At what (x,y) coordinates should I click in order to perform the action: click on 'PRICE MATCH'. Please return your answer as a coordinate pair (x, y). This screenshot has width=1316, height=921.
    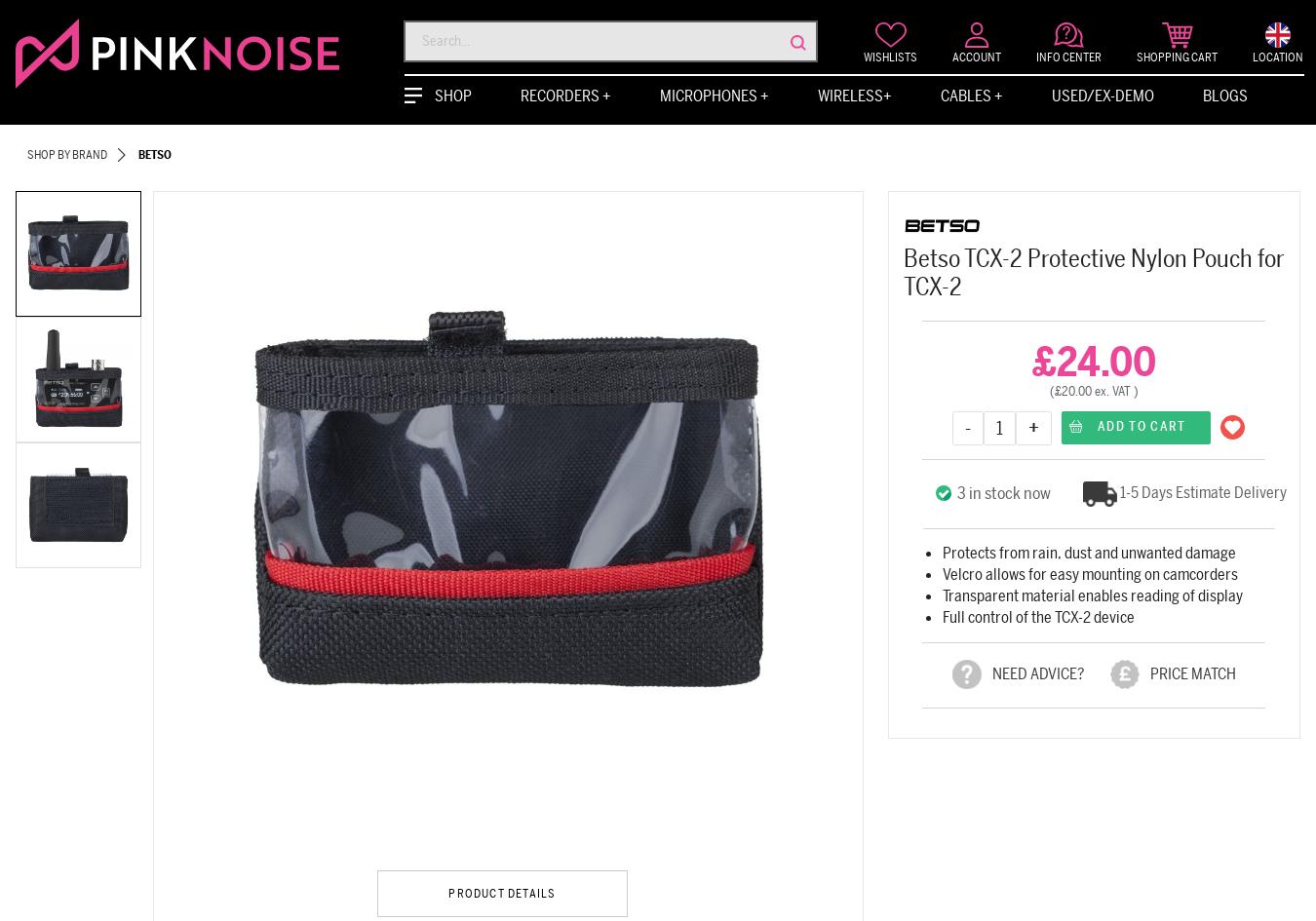
    Looking at the image, I should click on (1190, 672).